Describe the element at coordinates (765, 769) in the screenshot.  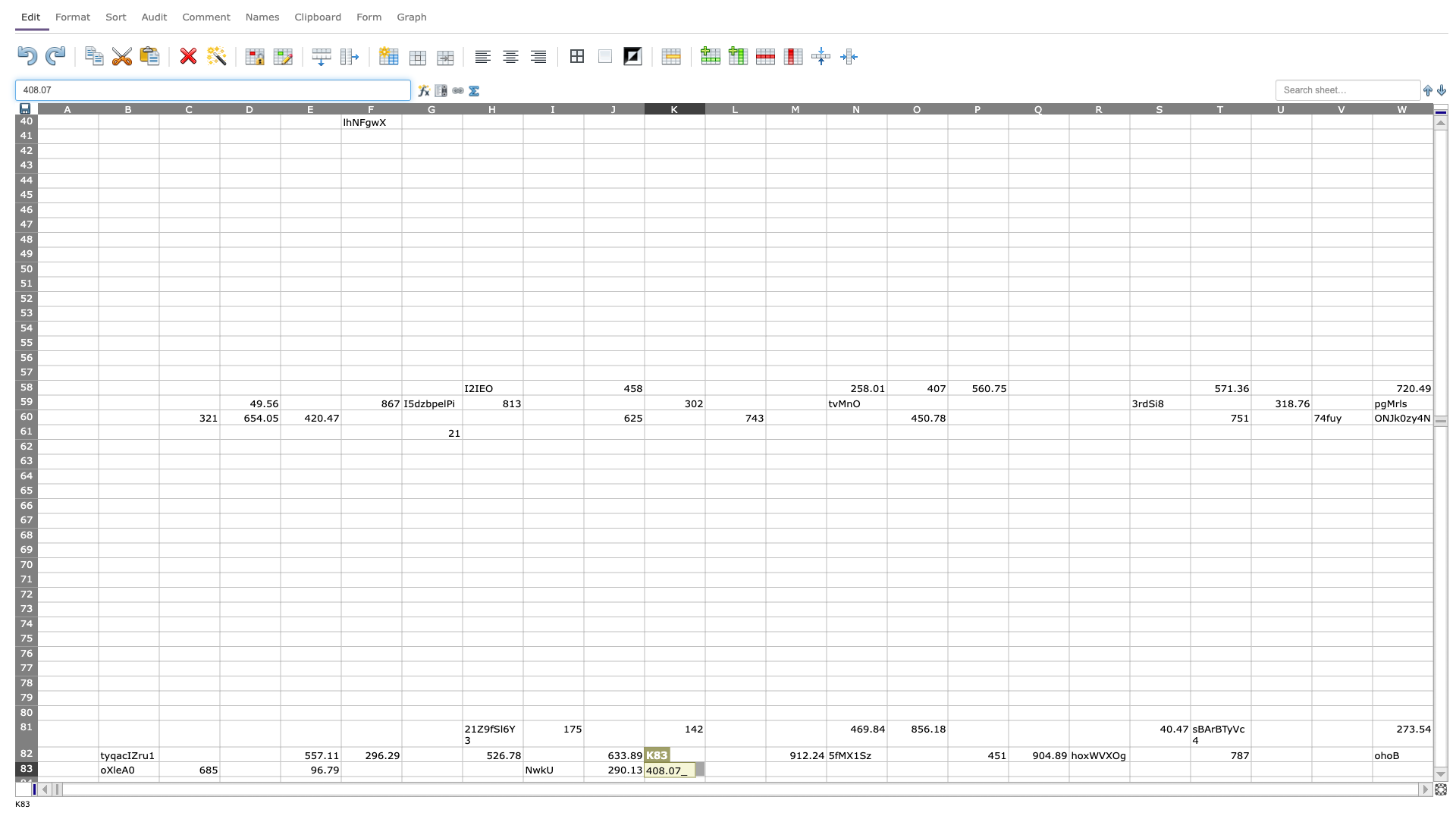
I see `Place cursor on right border of L83` at that location.